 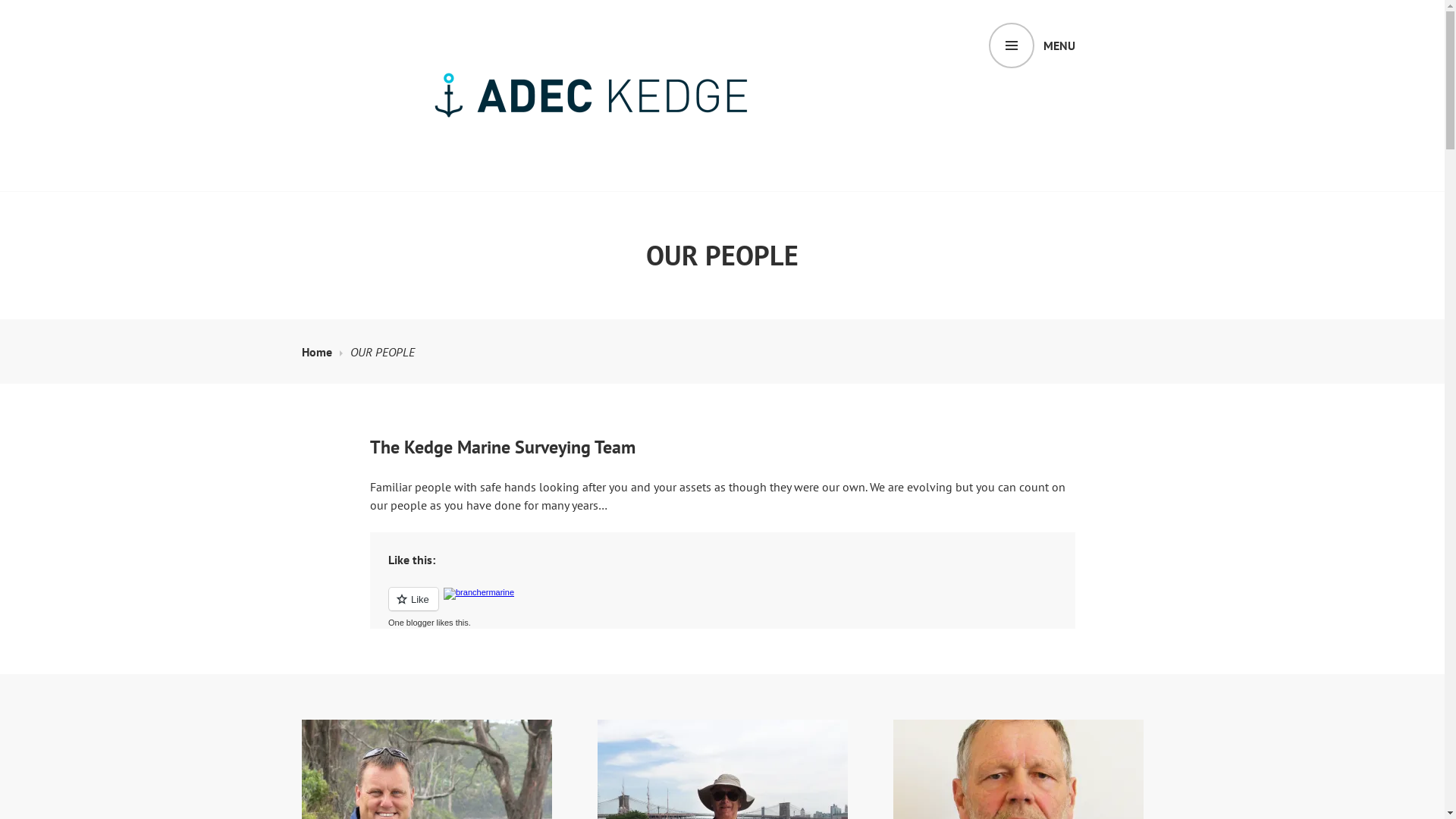 What do you see at coordinates (322, 352) in the screenshot?
I see `'Home'` at bounding box center [322, 352].